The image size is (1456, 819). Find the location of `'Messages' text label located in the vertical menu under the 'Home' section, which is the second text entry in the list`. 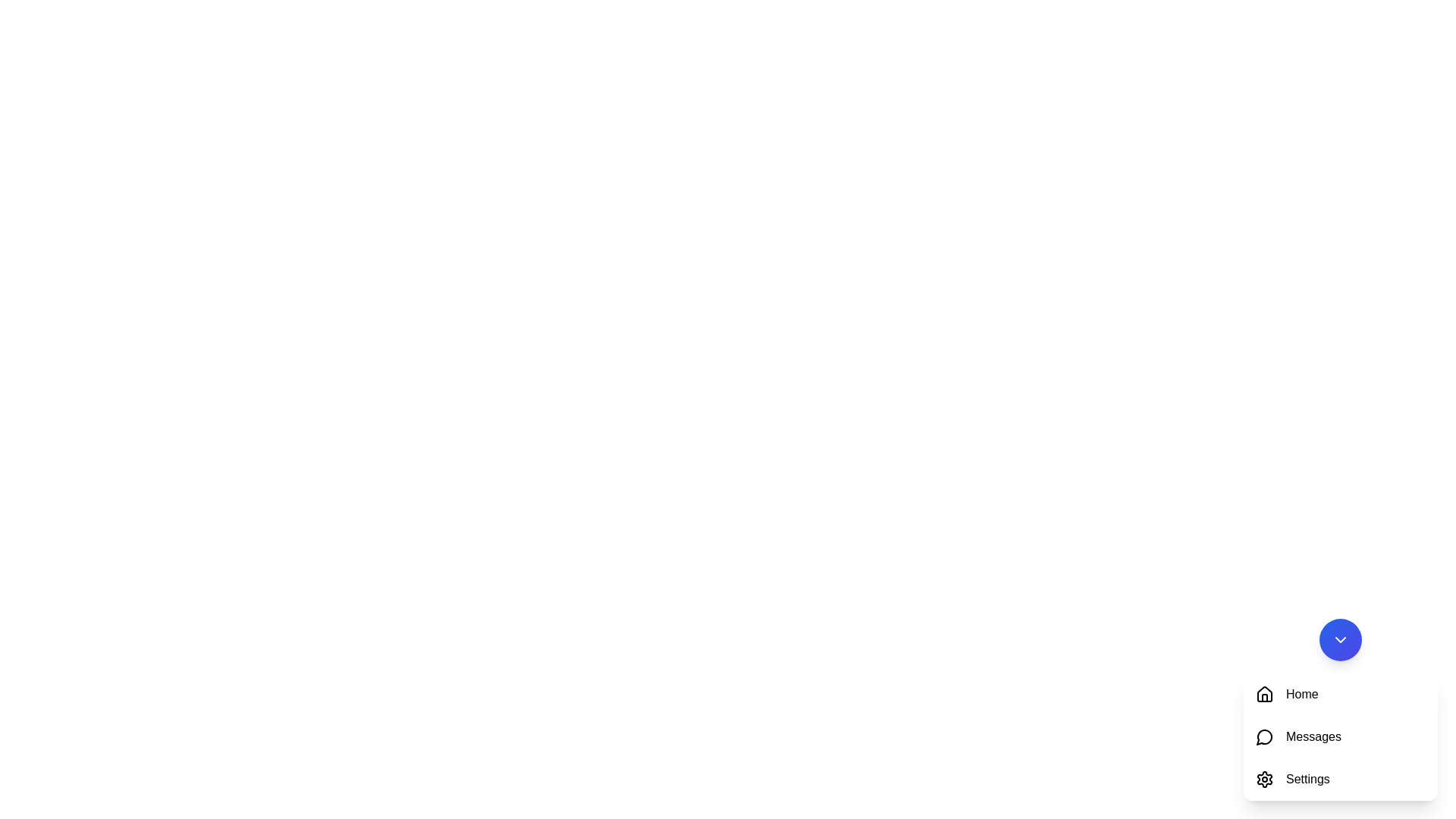

'Messages' text label located in the vertical menu under the 'Home' section, which is the second text entry in the list is located at coordinates (1313, 736).